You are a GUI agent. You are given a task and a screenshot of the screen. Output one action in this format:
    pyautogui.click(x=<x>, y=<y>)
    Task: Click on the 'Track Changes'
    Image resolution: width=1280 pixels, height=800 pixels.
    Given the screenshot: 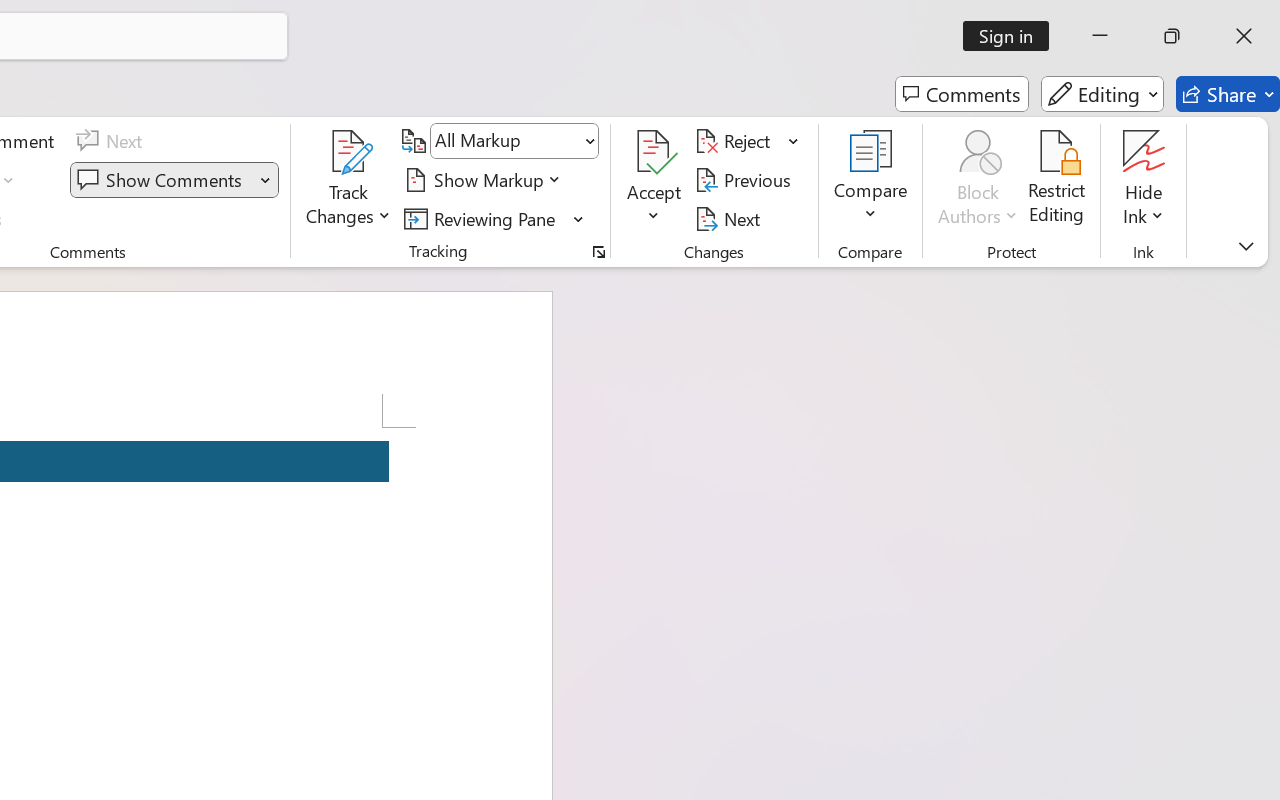 What is the action you would take?
    pyautogui.click(x=349, y=151)
    